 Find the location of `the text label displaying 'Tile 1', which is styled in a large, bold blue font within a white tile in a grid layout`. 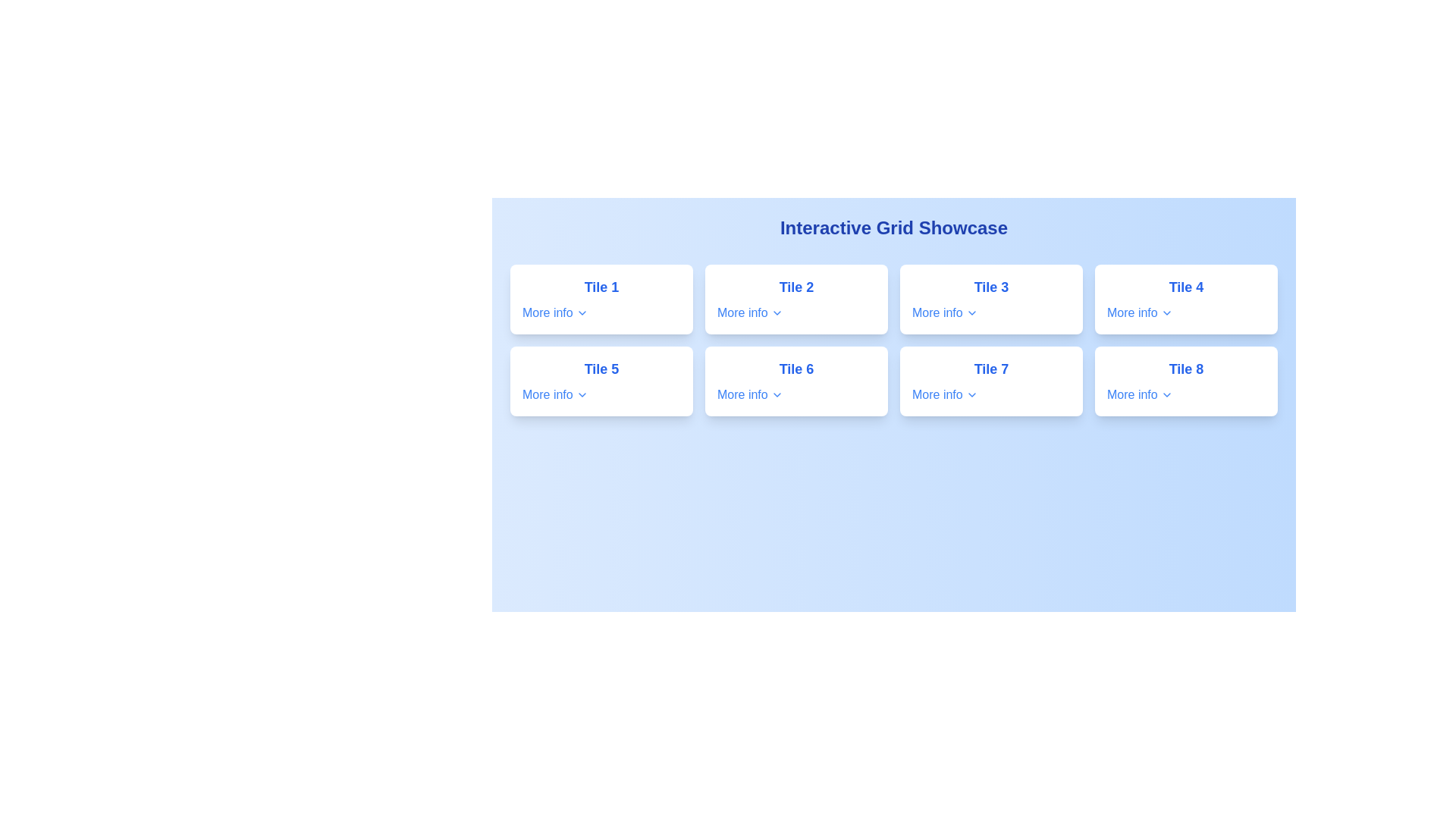

the text label displaying 'Tile 1', which is styled in a large, bold blue font within a white tile in a grid layout is located at coordinates (601, 287).